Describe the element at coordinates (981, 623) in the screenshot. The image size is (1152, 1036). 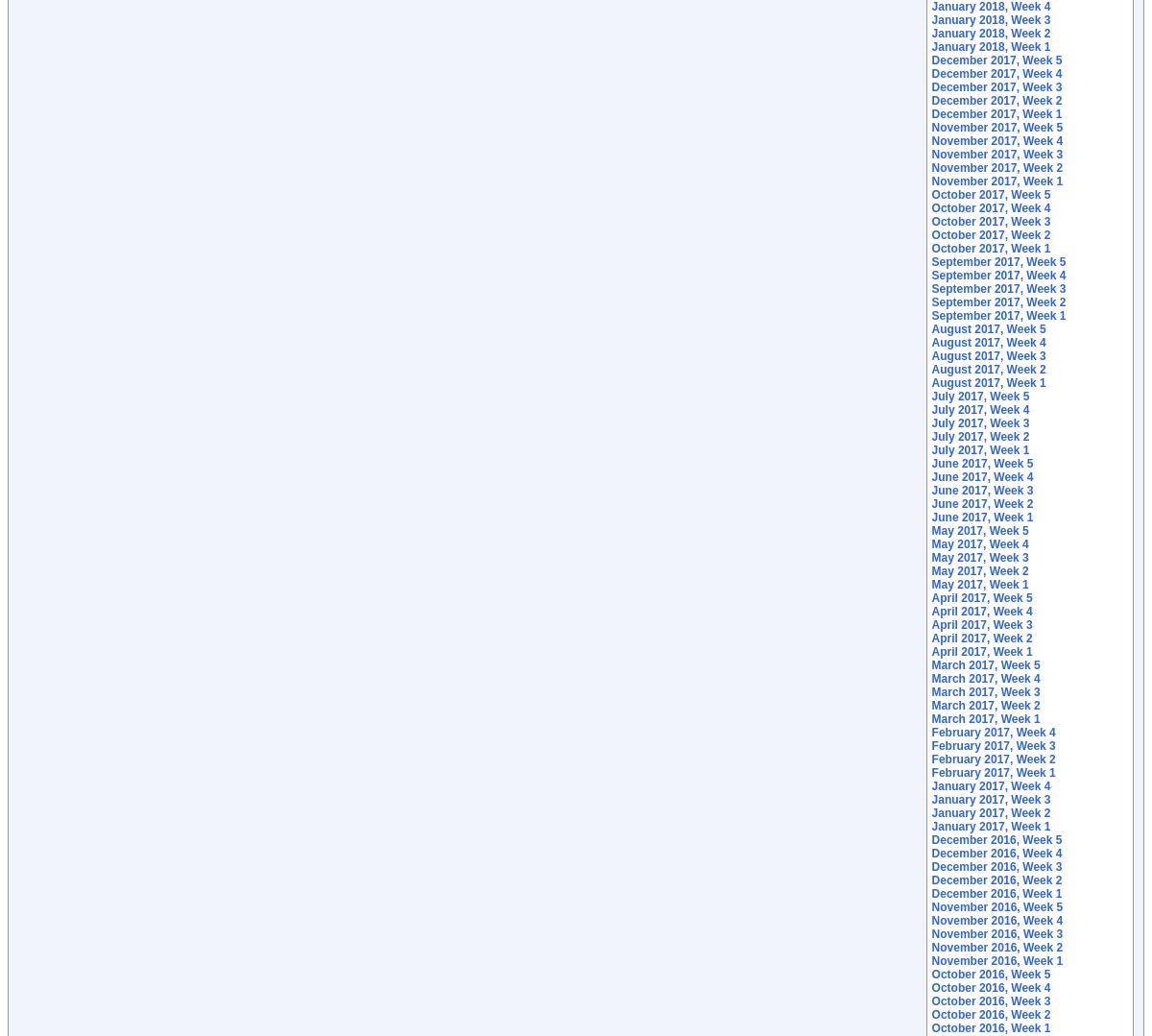
I see `'April 2017, Week 3'` at that location.